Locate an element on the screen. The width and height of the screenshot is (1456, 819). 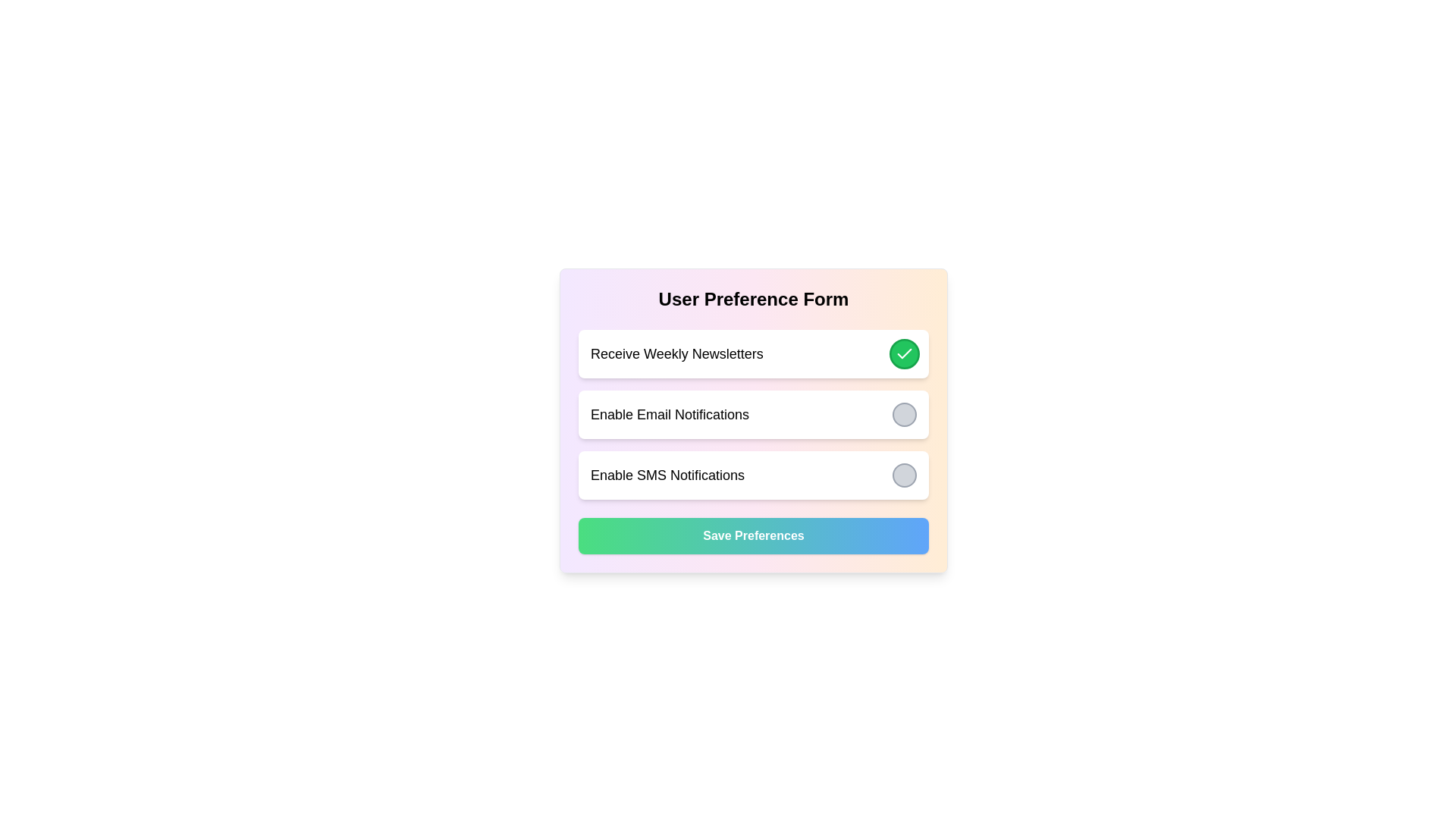
the toggle on the Selection card is located at coordinates (753, 475).